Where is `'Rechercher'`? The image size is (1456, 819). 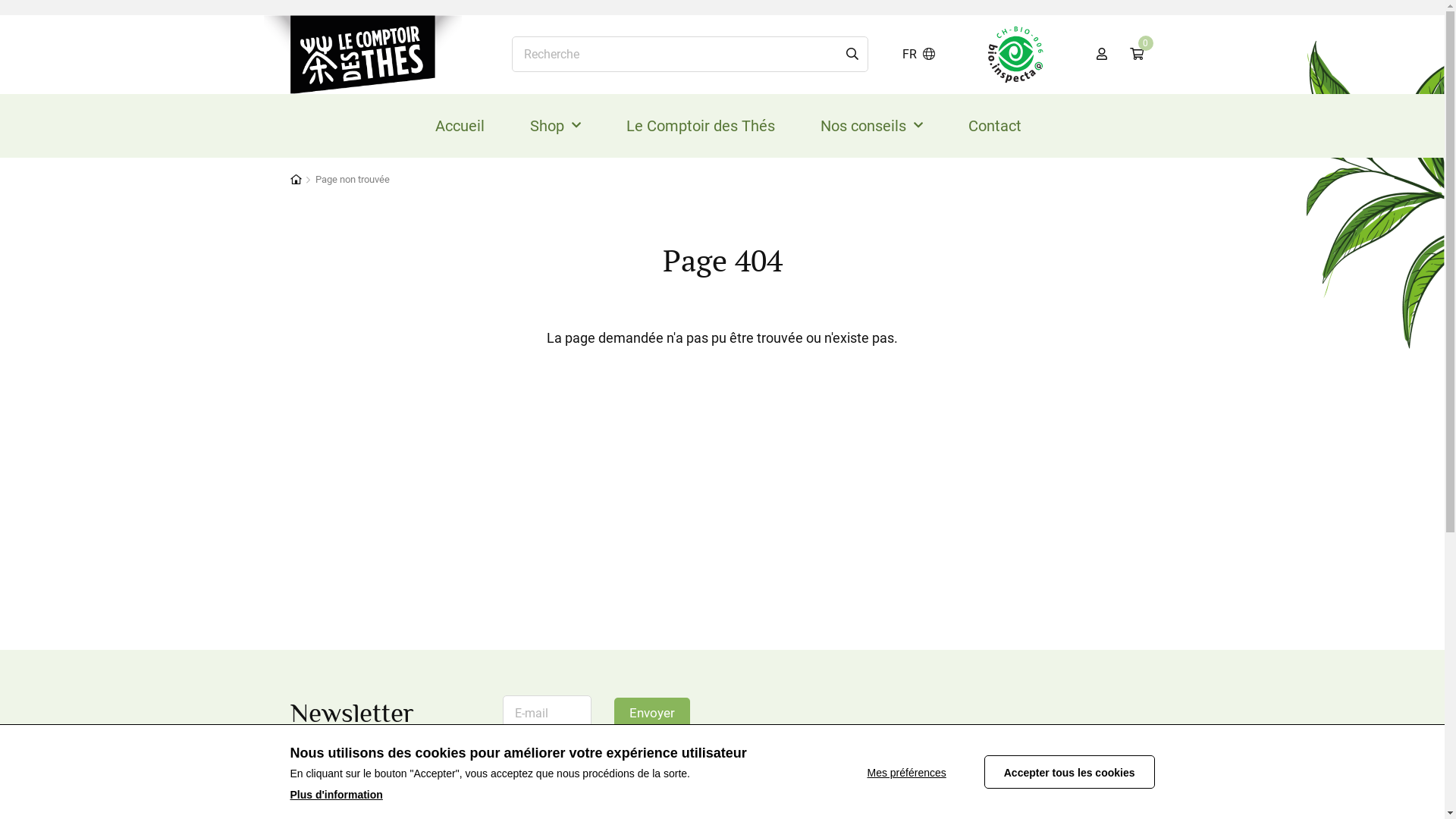
'Rechercher' is located at coordinates (852, 54).